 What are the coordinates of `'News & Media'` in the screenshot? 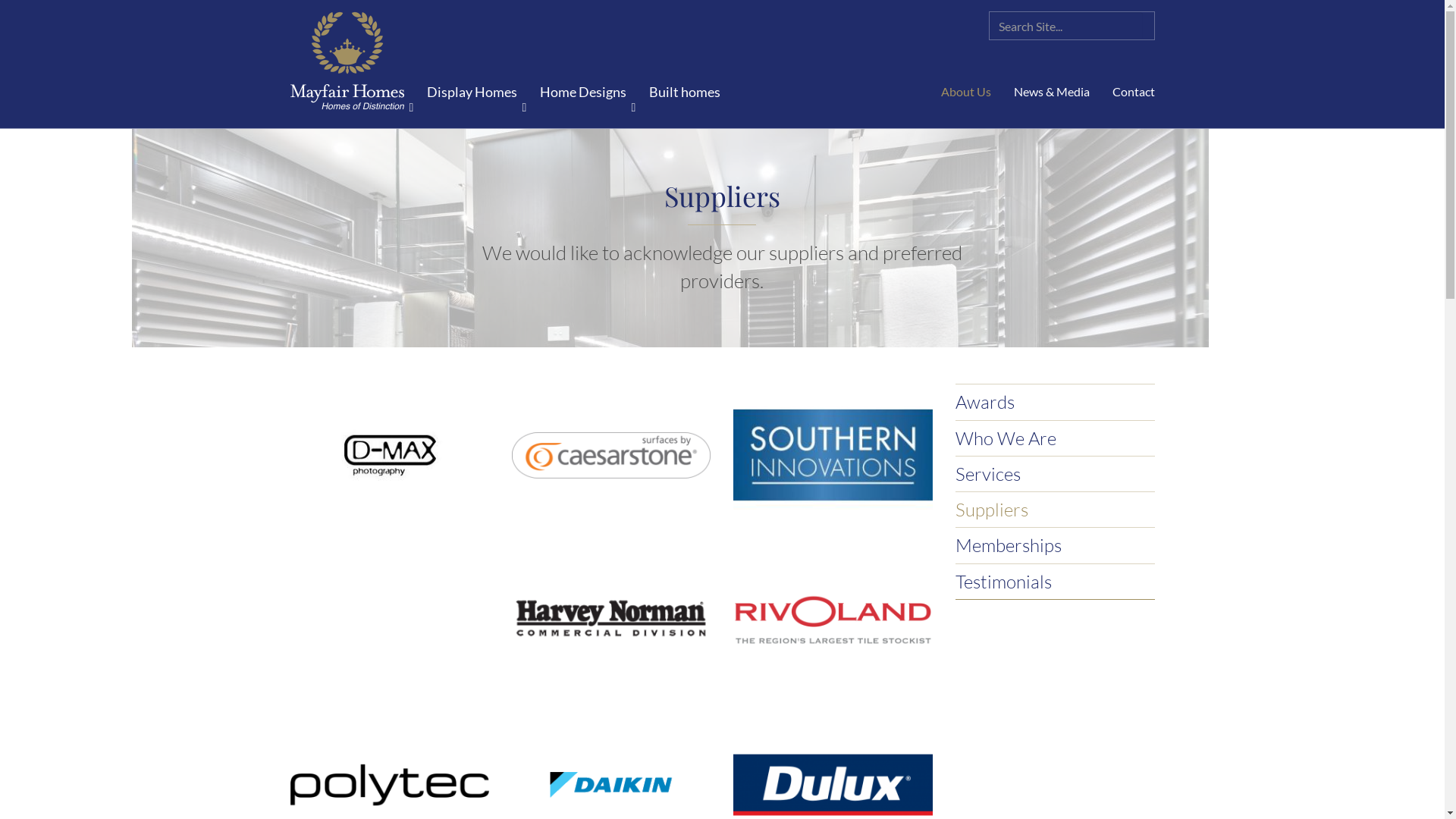 It's located at (1051, 91).